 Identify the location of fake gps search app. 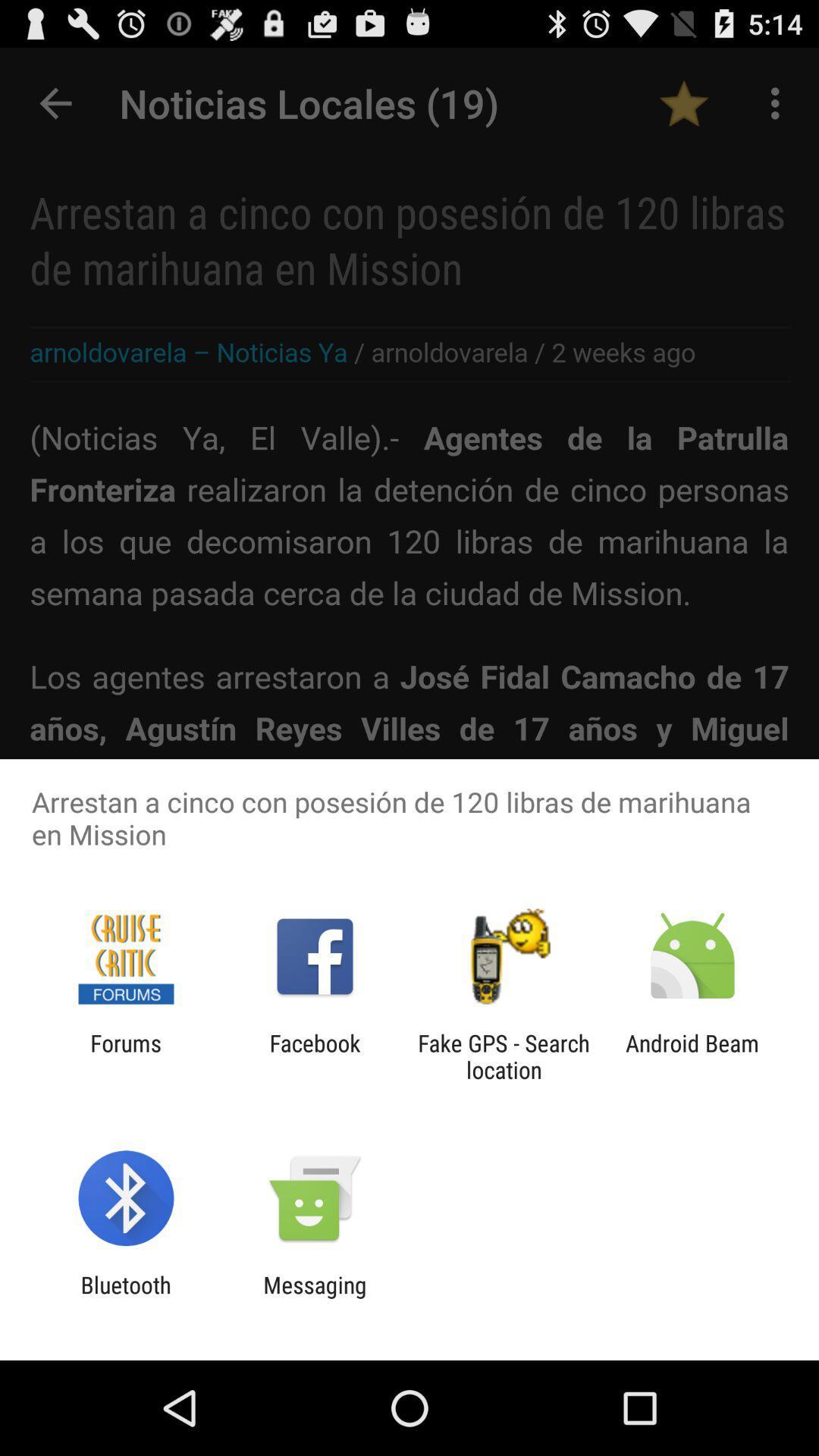
(504, 1056).